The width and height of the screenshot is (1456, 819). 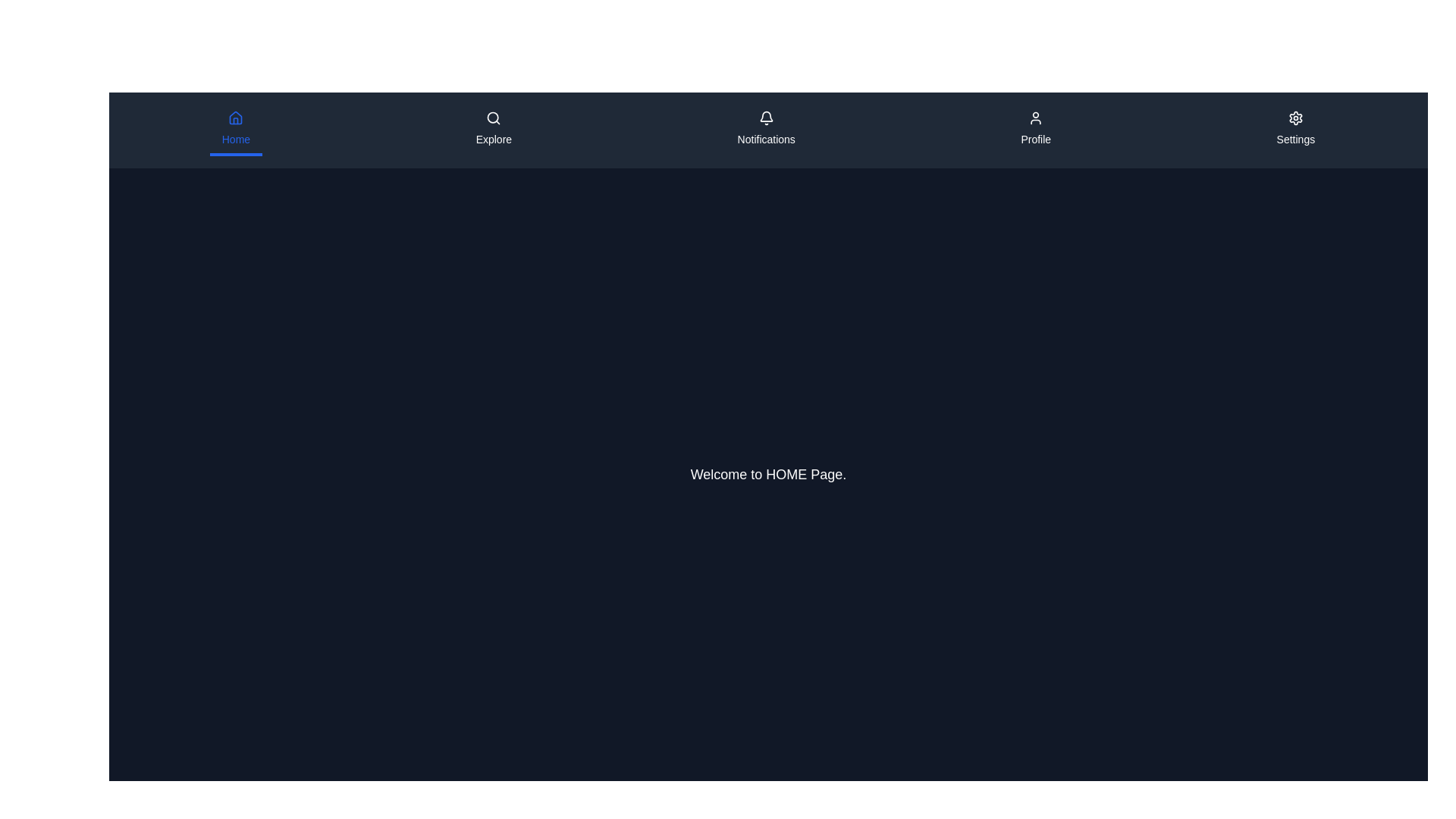 What do you see at coordinates (1035, 140) in the screenshot?
I see `text label that says 'Profile', located in the navigation bar at the top of the page, positioned beneath the user profile icon` at bounding box center [1035, 140].